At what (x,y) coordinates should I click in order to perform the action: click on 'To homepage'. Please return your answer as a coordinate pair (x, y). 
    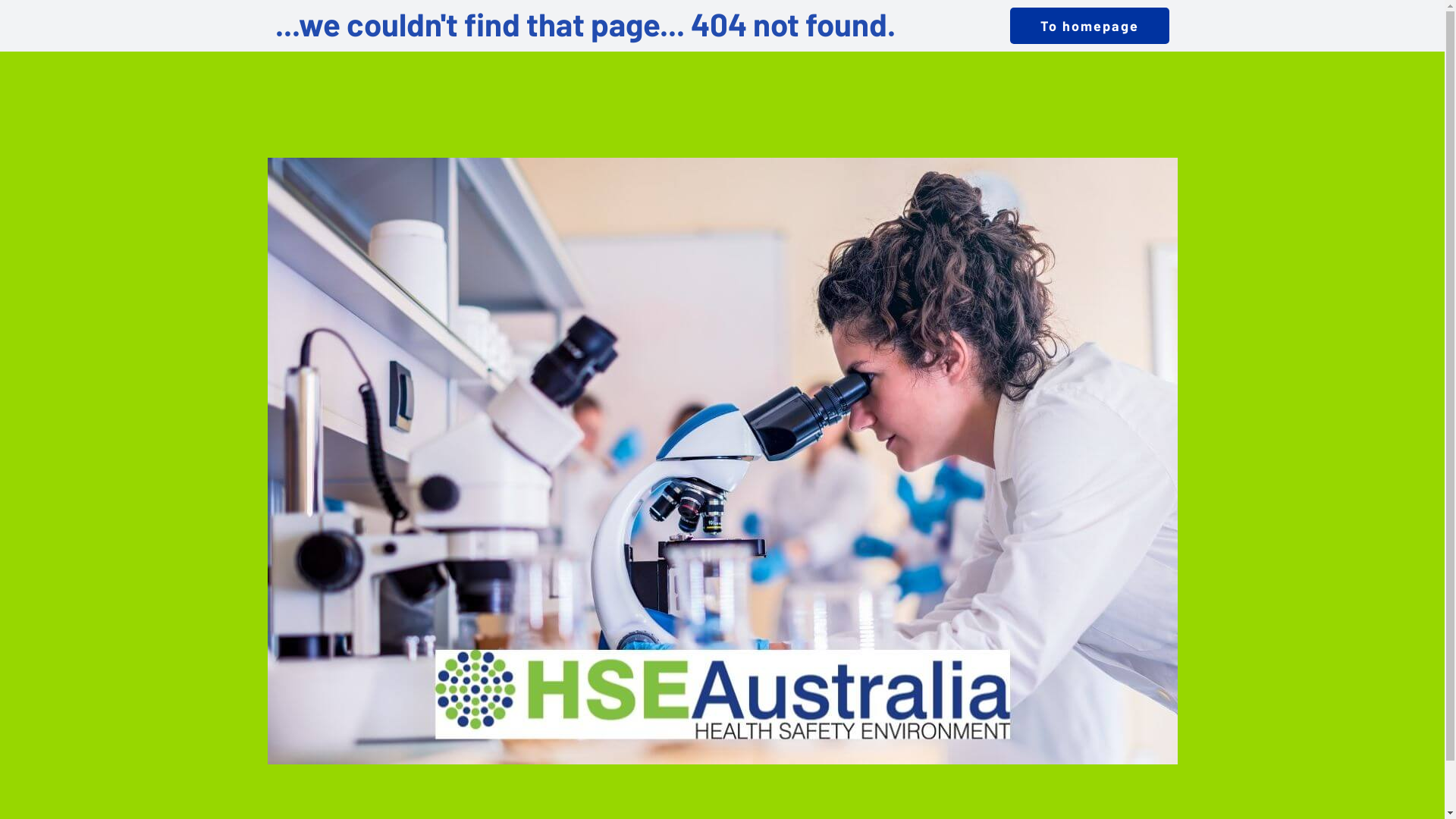
    Looking at the image, I should click on (1088, 26).